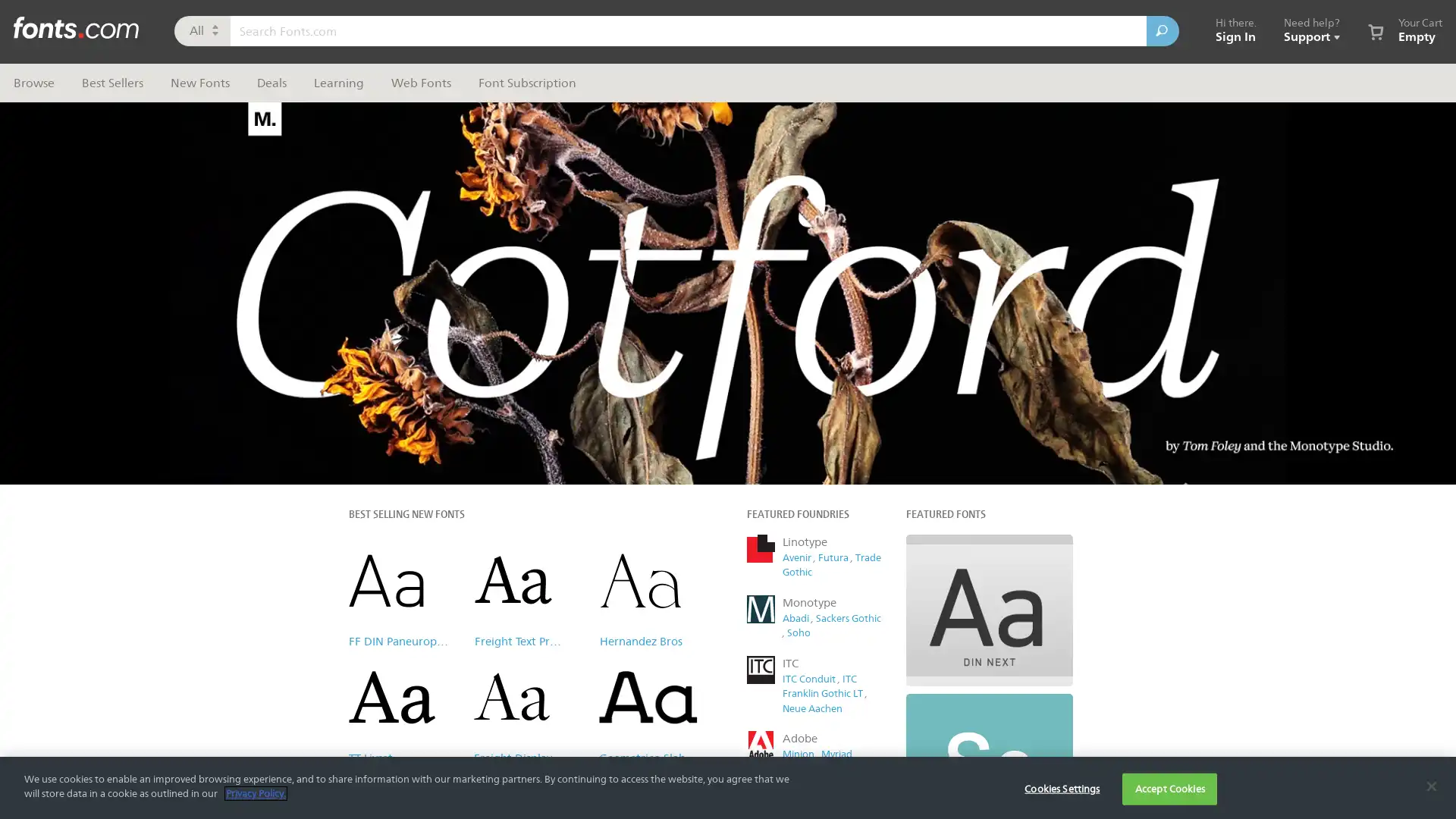  What do you see at coordinates (1169, 788) in the screenshot?
I see `Accept Cookies` at bounding box center [1169, 788].